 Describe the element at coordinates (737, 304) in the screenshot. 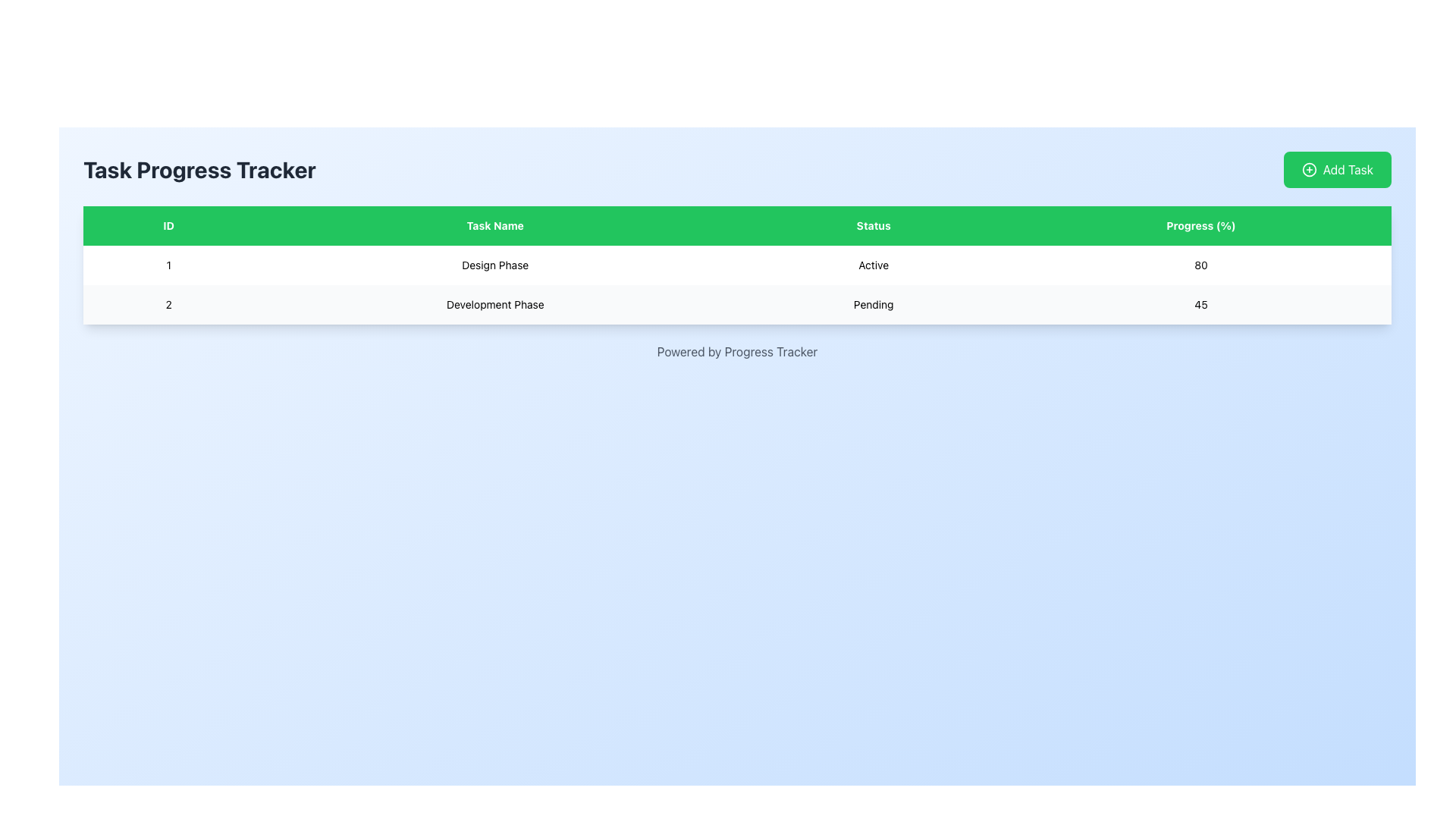

I see `information contained within the second row of the table displaying ID '2', Task Name 'Development Phase', Status 'Pending', and Progress '45'` at that location.